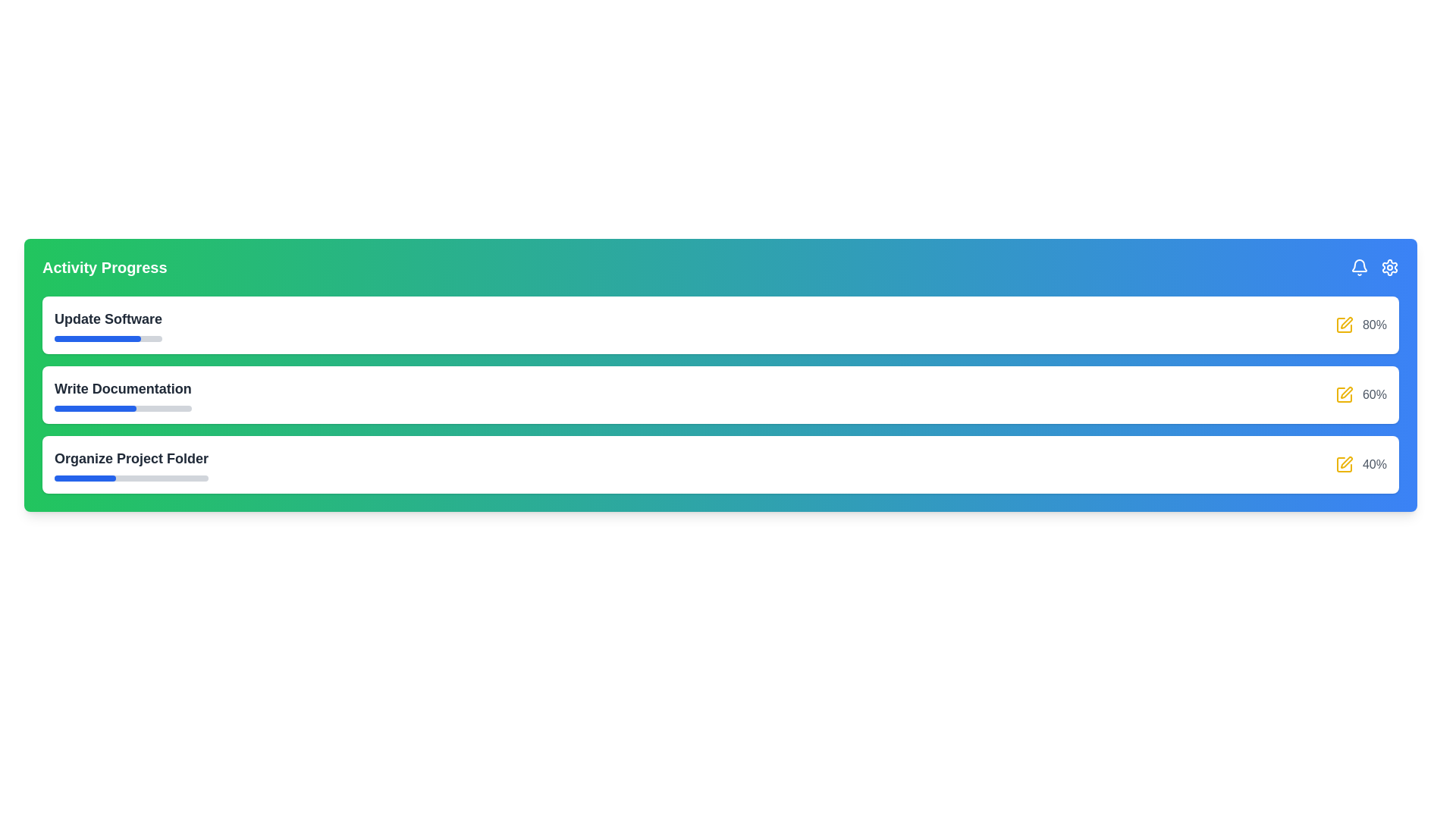  What do you see at coordinates (84, 479) in the screenshot?
I see `the visual progress representation of the blue progress bar segment indicating 40% progress within the 'Organize Project Folder' progress bar` at bounding box center [84, 479].